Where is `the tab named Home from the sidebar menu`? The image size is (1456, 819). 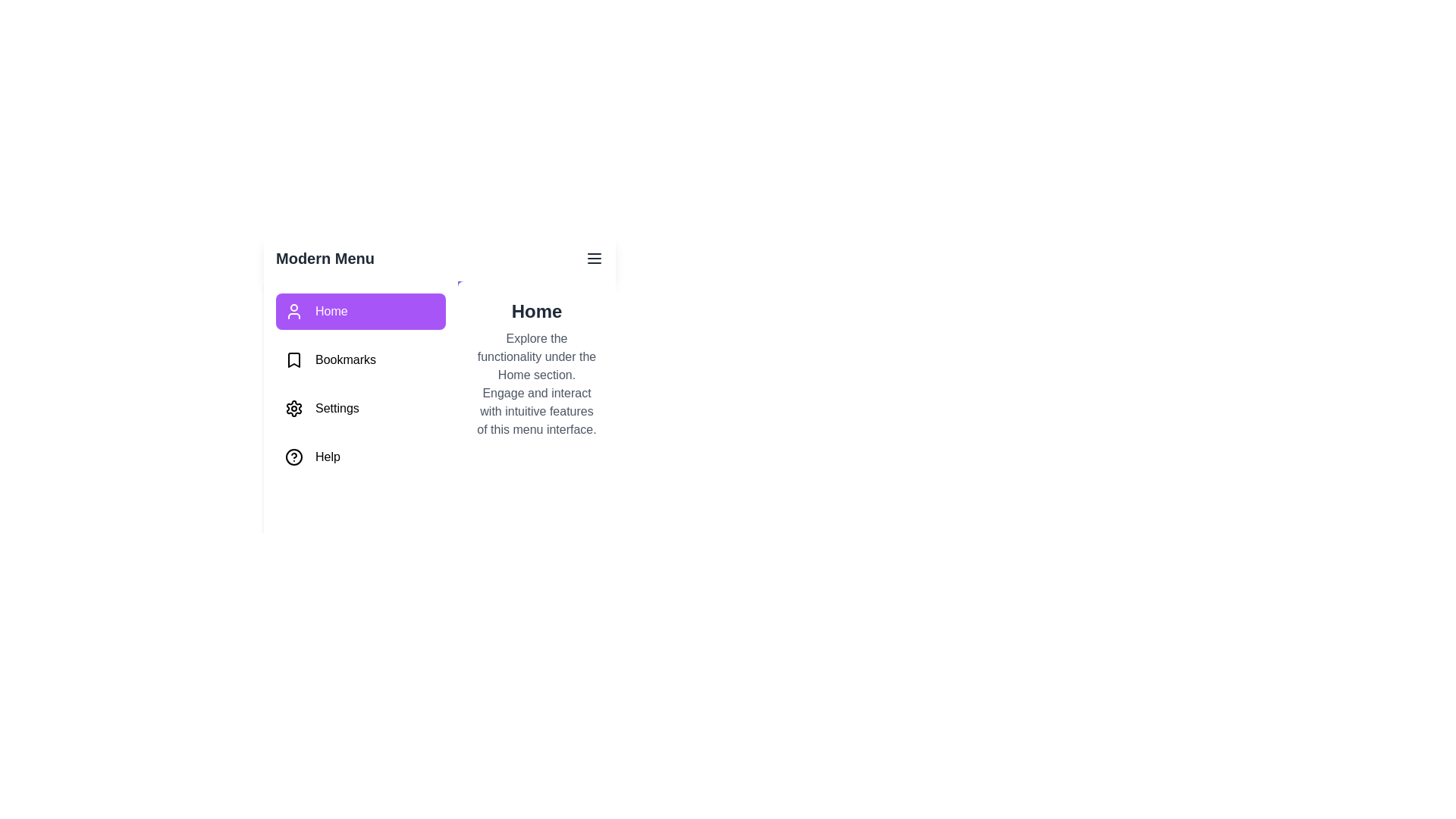 the tab named Home from the sidebar menu is located at coordinates (359, 311).